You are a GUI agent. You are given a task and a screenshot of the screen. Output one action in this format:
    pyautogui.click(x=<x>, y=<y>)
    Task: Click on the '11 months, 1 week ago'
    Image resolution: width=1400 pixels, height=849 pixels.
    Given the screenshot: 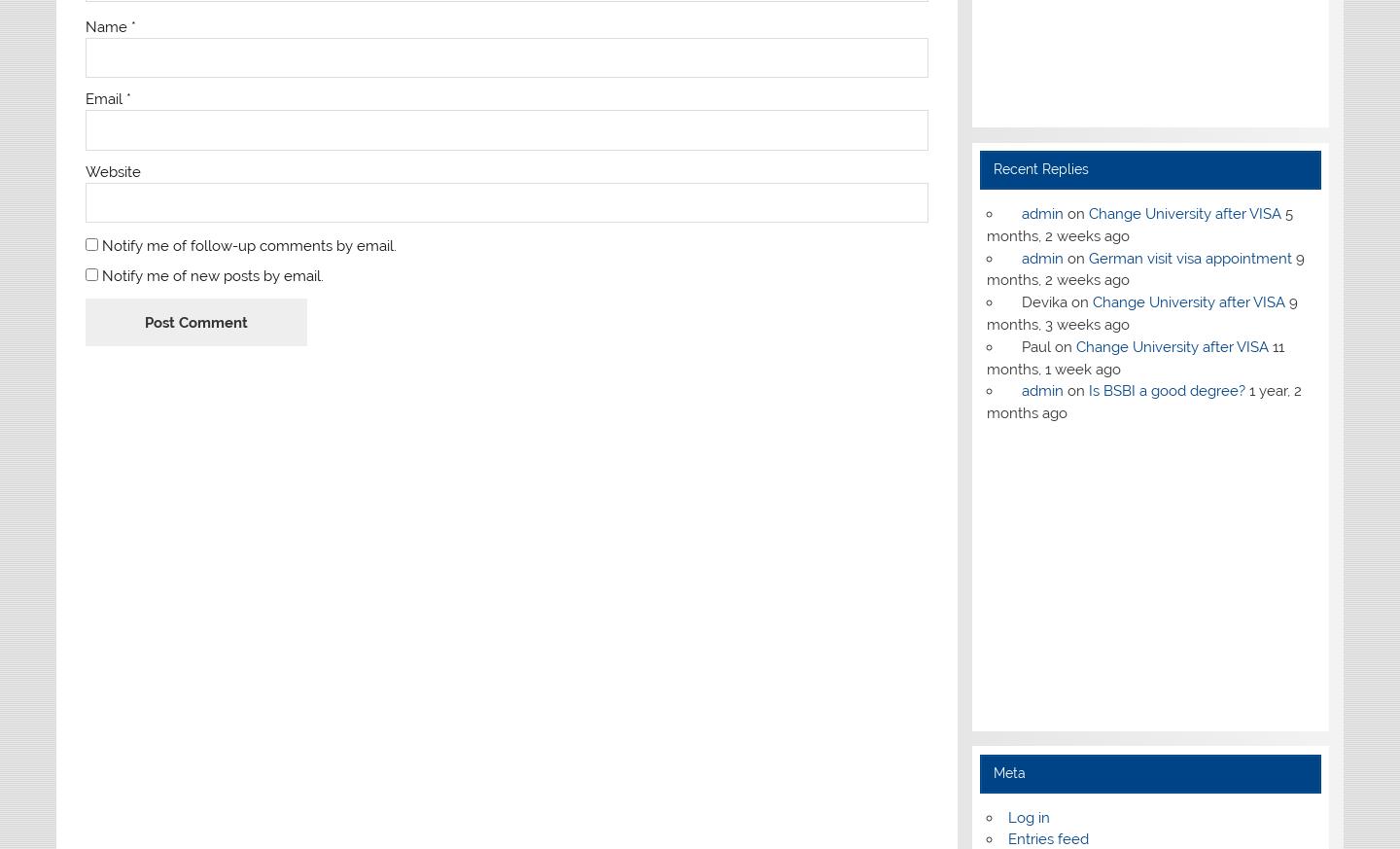 What is the action you would take?
    pyautogui.click(x=1135, y=356)
    